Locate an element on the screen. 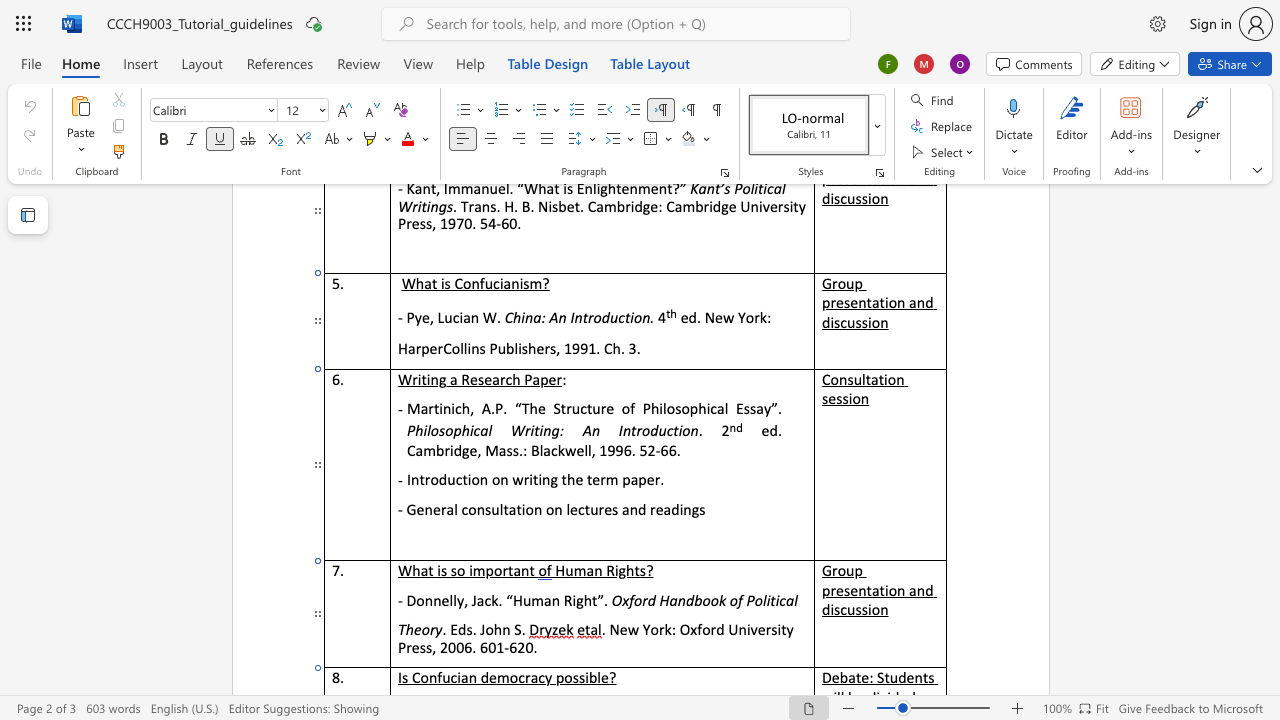  the space between the continuous character "R" and "i" in the text is located at coordinates (570, 599).